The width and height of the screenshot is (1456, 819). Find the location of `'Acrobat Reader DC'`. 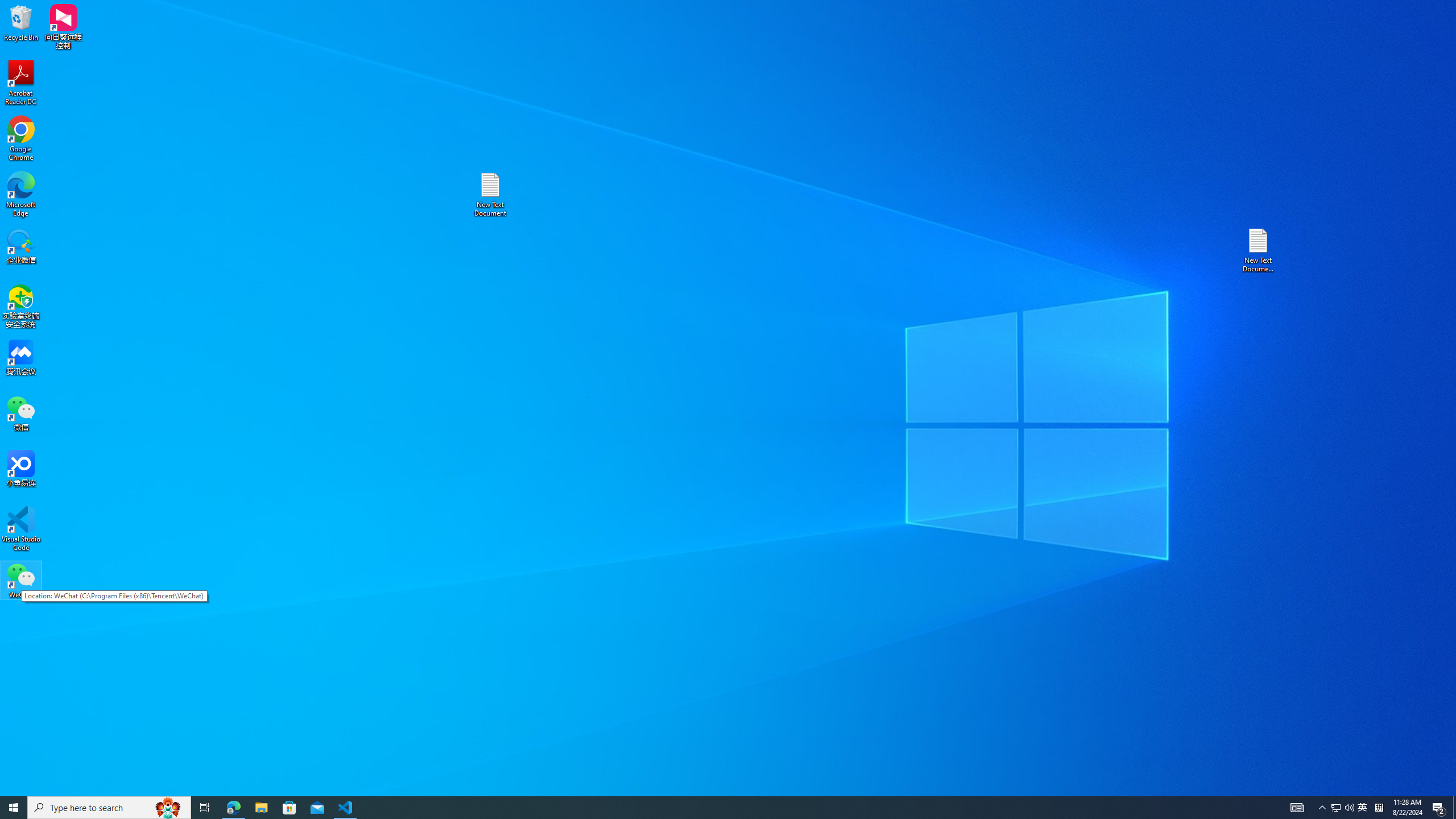

'Acrobat Reader DC' is located at coordinates (20, 82).